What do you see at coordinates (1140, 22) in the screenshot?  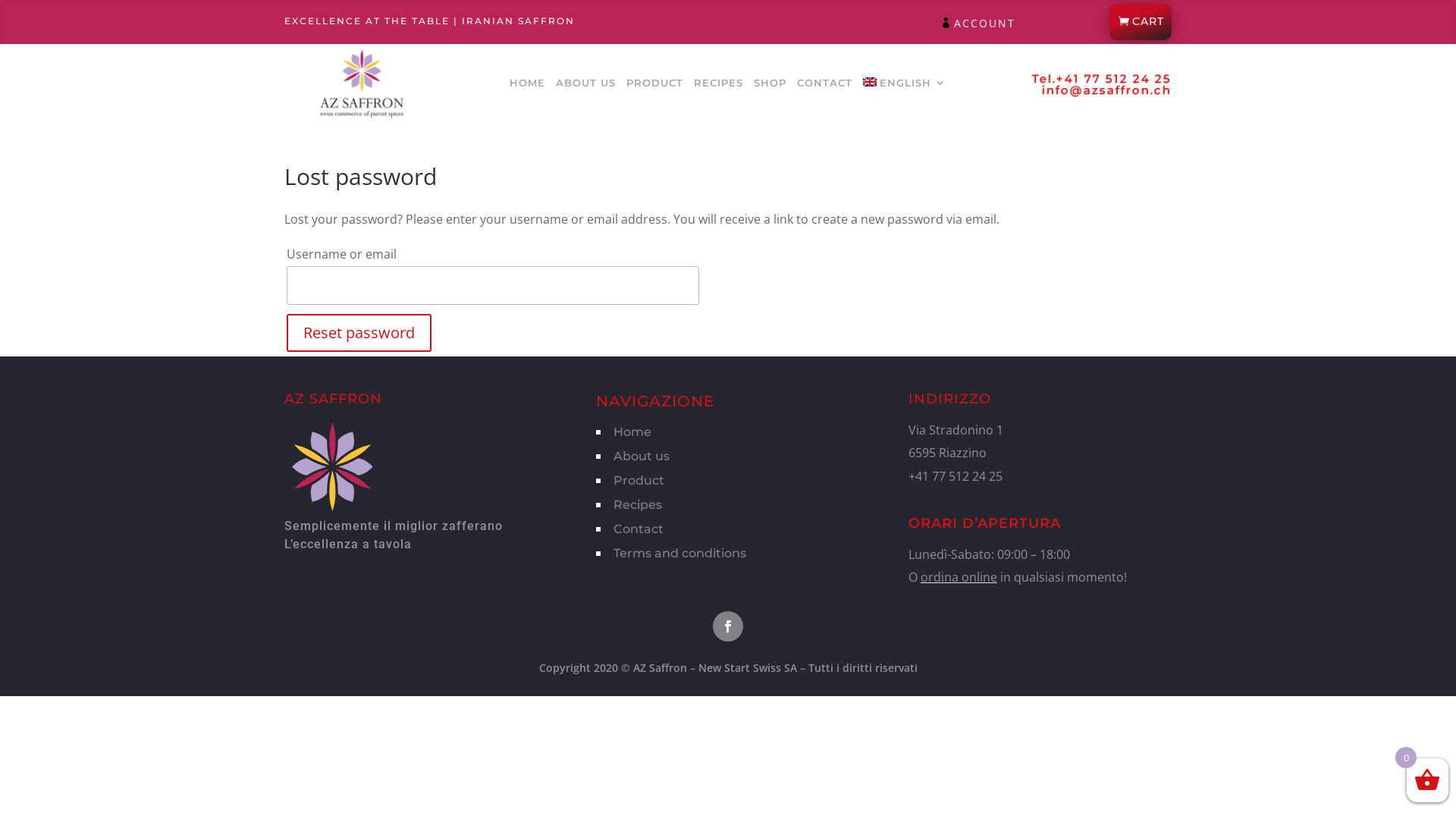 I see `'CART'` at bounding box center [1140, 22].